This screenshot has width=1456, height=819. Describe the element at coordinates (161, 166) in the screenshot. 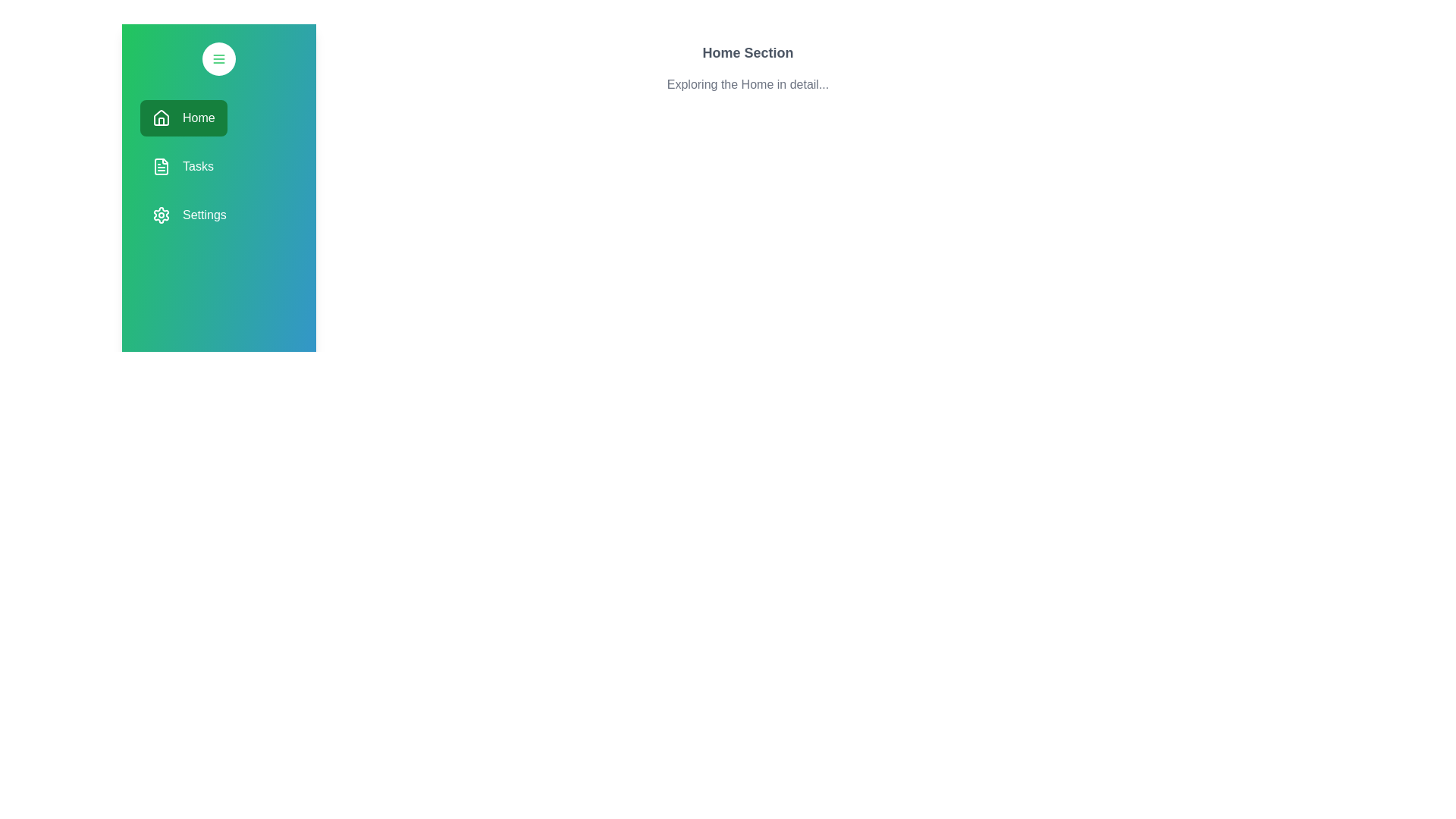

I see `the Decorative icon representing the 'Tasks' section in the navigation menu` at that location.